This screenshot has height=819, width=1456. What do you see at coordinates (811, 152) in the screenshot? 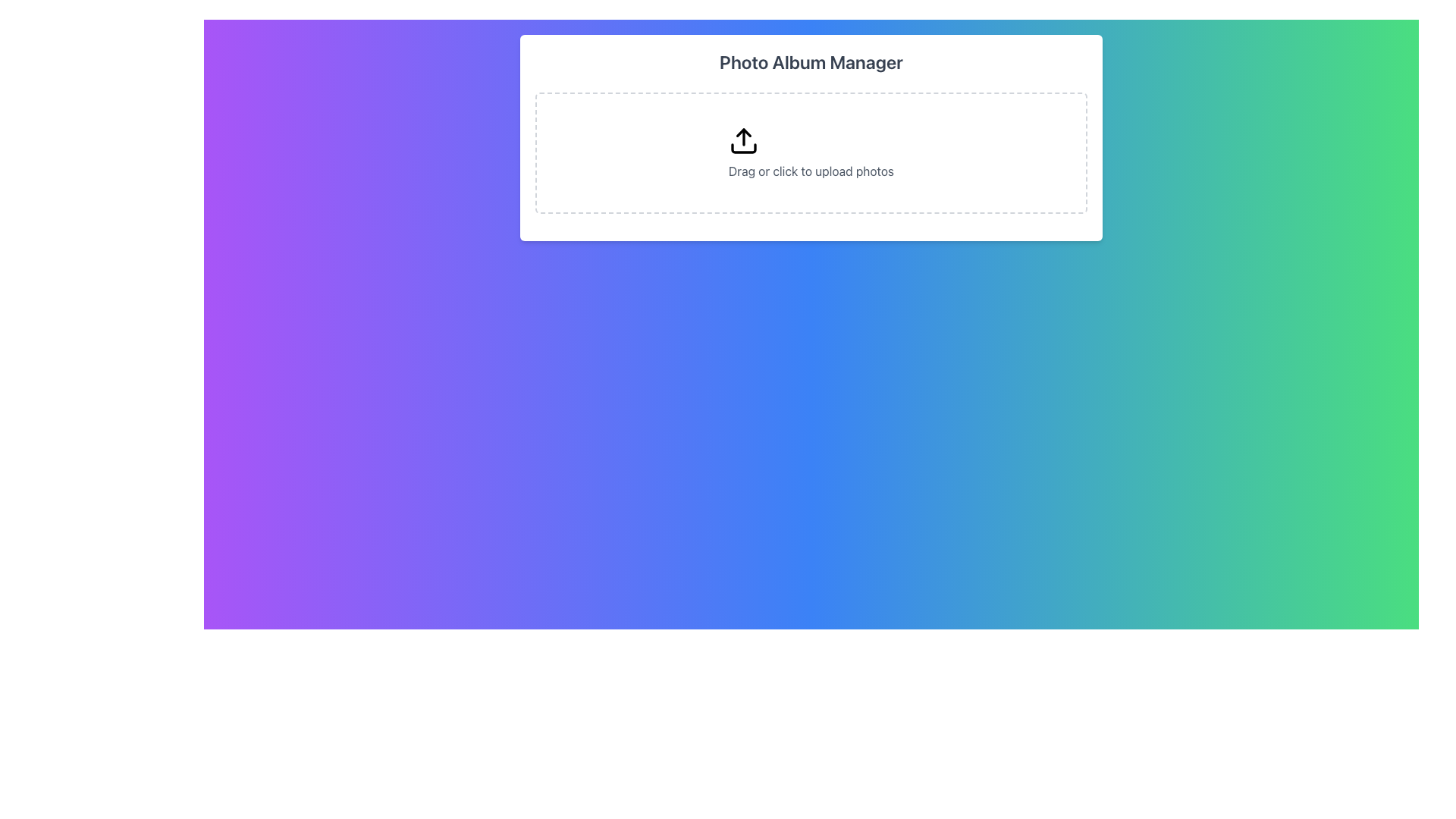
I see `files into the File upload area, which is a rectangular area with dashed gray borders and a white background, located below the 'Photo Album Manager' title` at bounding box center [811, 152].